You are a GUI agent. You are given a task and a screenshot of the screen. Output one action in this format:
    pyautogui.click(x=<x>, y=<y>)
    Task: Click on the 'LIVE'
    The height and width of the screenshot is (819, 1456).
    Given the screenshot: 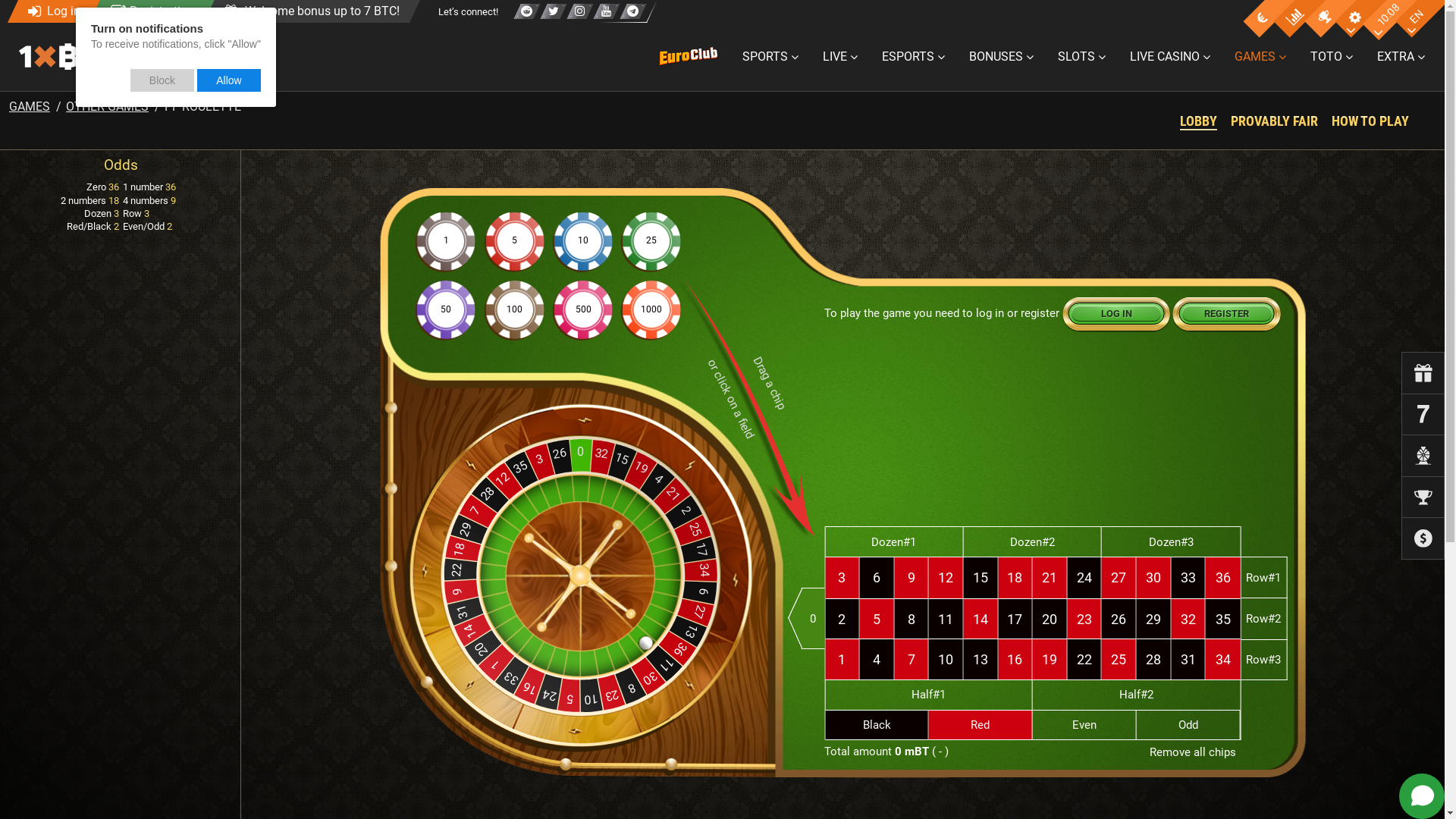 What is the action you would take?
    pyautogui.click(x=810, y=55)
    